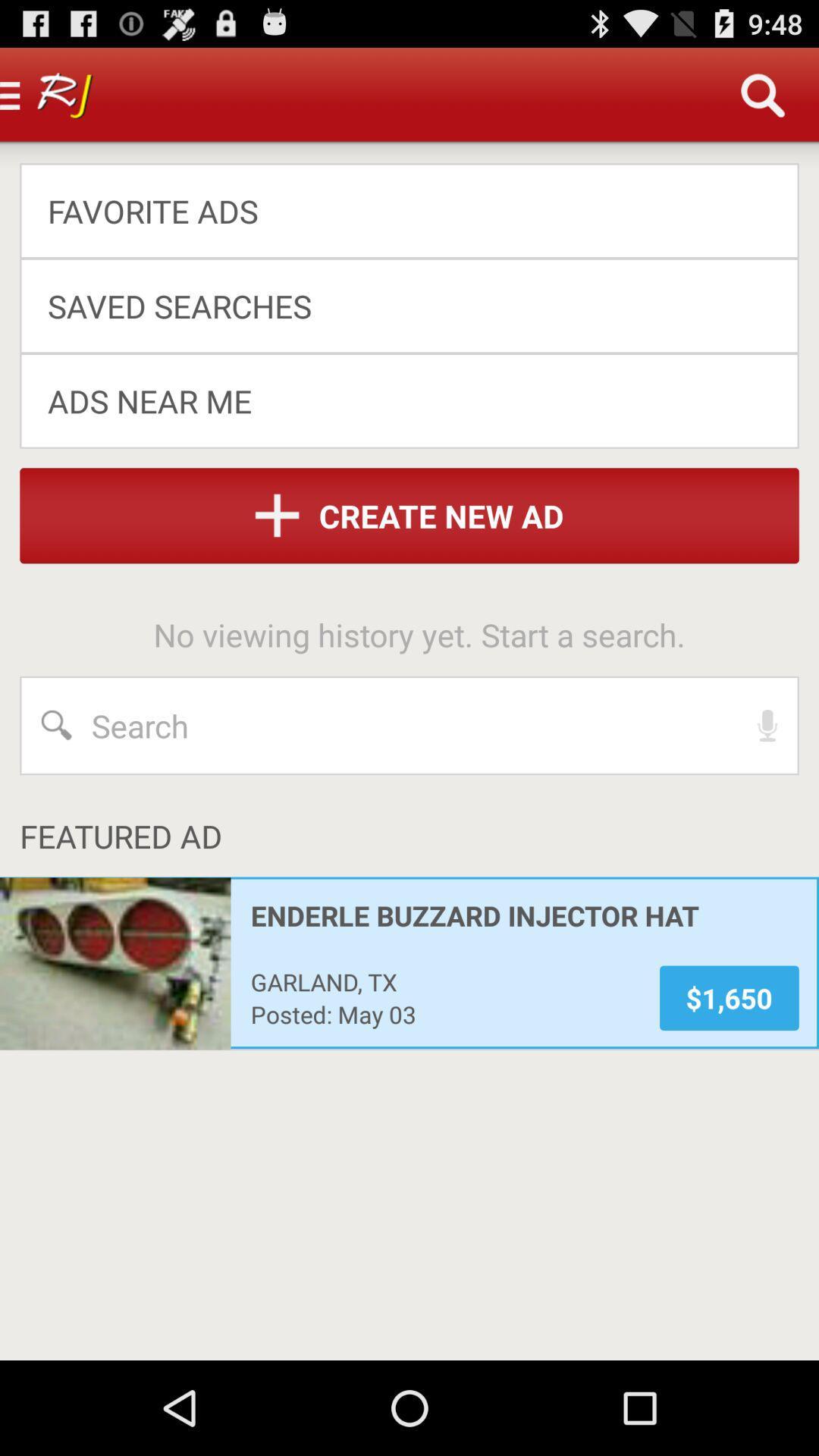 Image resolution: width=819 pixels, height=1456 pixels. I want to click on the app below the favorite ads item, so click(398, 305).